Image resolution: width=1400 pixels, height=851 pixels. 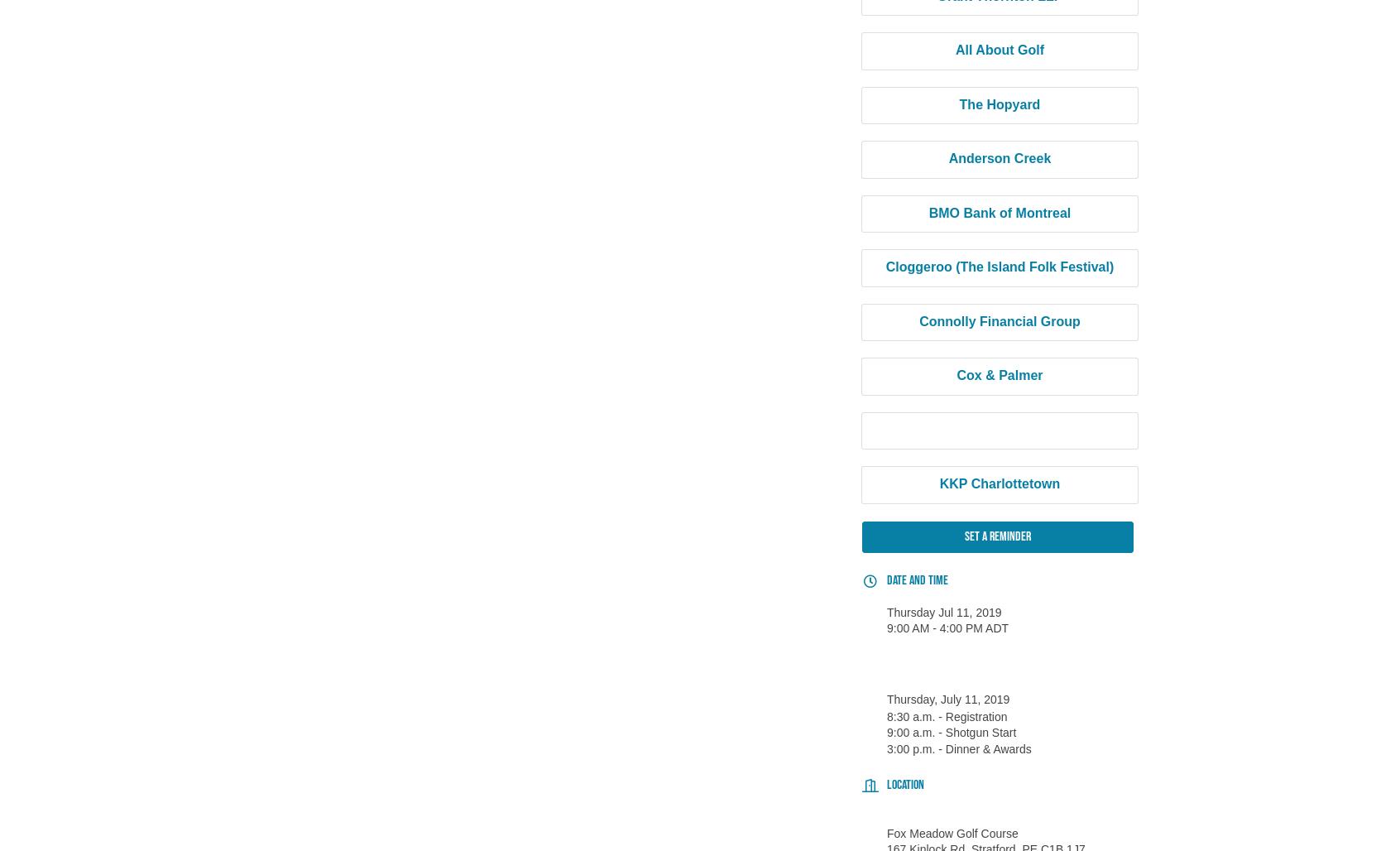 What do you see at coordinates (887, 579) in the screenshot?
I see `'Date and Time'` at bounding box center [887, 579].